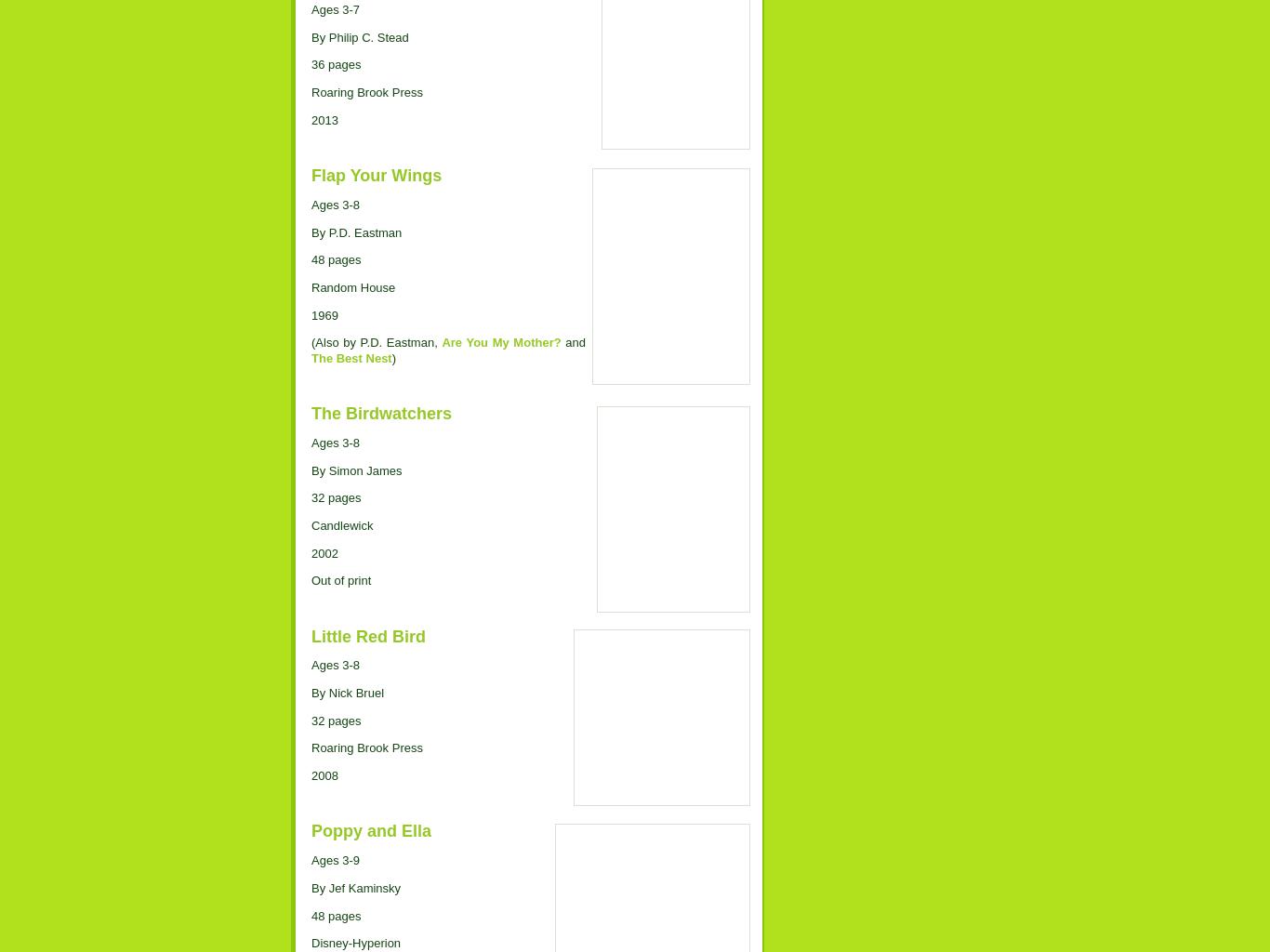 This screenshot has width=1270, height=952. What do you see at coordinates (341, 523) in the screenshot?
I see `'Candlewick'` at bounding box center [341, 523].